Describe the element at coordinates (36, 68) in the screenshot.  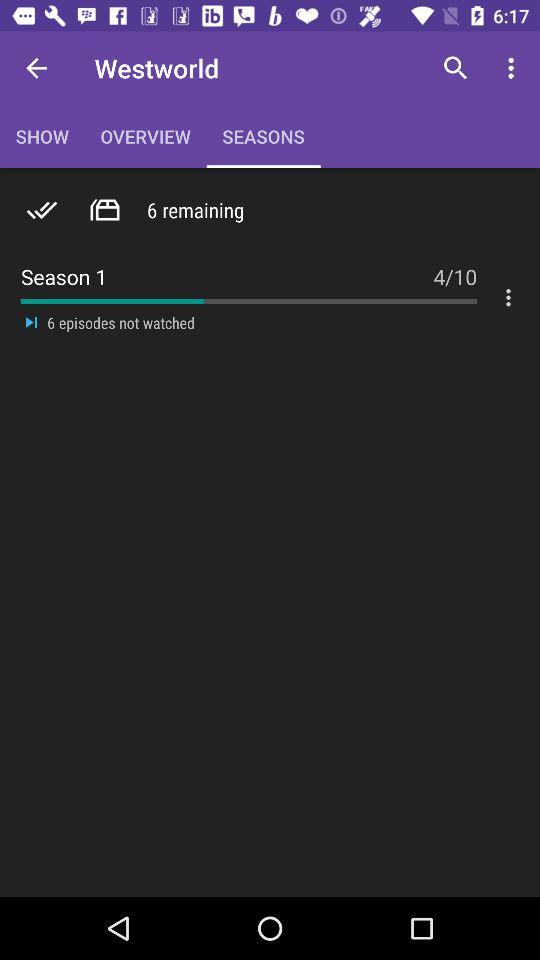
I see `item to the left of the overview item` at that location.